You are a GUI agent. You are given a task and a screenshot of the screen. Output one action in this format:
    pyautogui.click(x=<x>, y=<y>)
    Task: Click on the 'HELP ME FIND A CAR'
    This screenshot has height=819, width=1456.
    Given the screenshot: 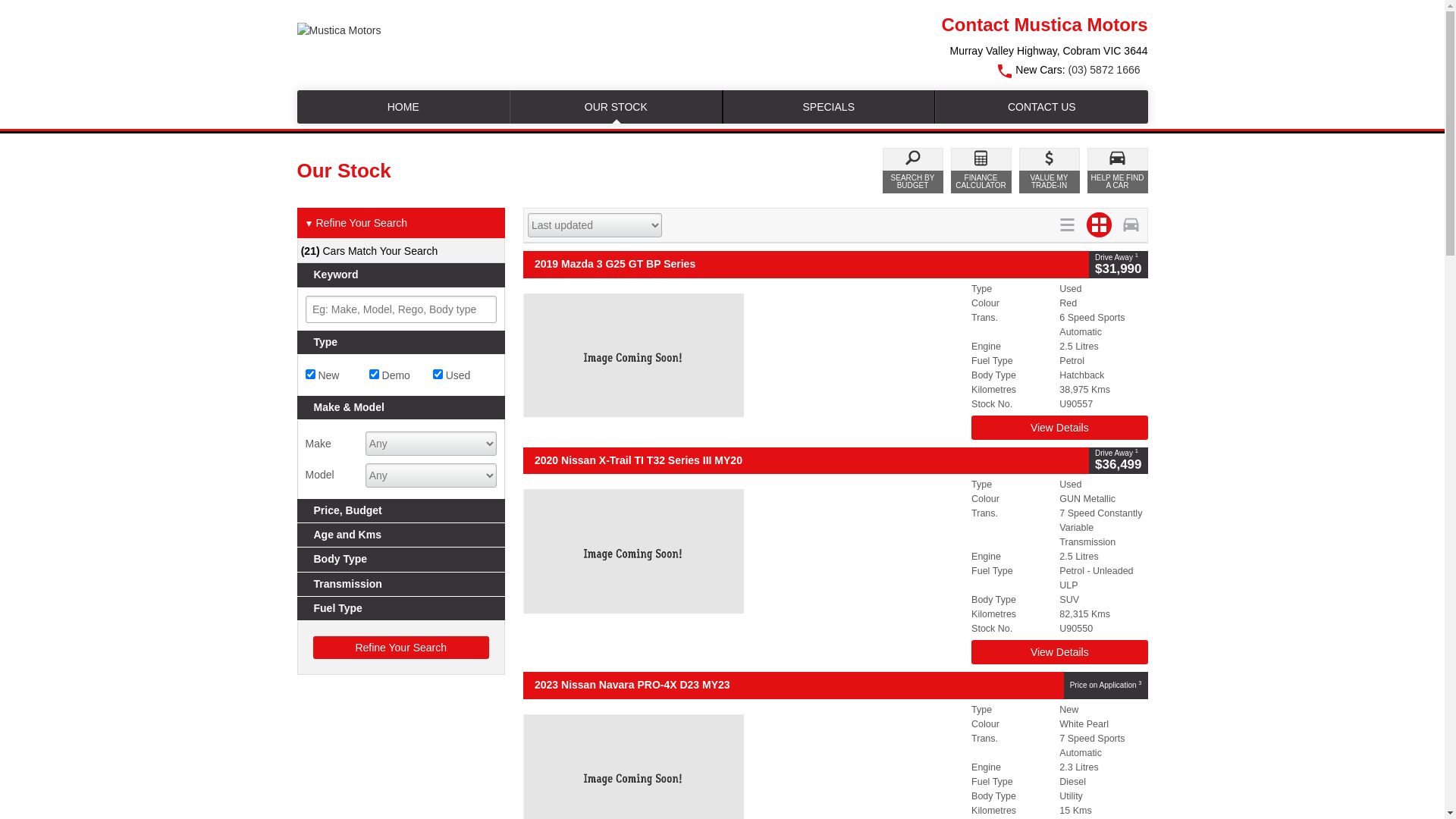 What is the action you would take?
    pyautogui.click(x=1117, y=170)
    